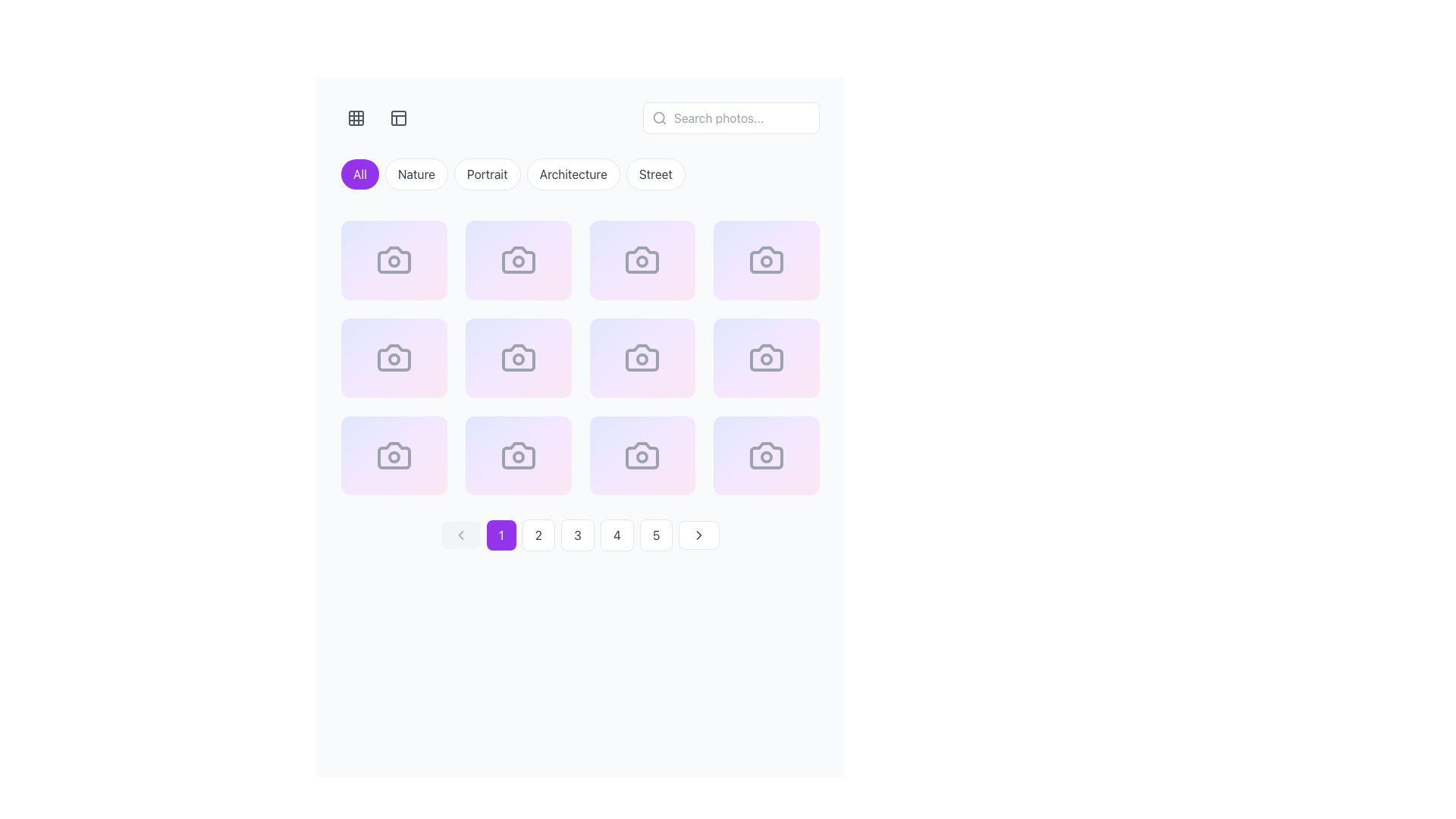  What do you see at coordinates (576, 535) in the screenshot?
I see `the pagination button labeled '3', located between buttons '2' and '4', to observe hover effects` at bounding box center [576, 535].